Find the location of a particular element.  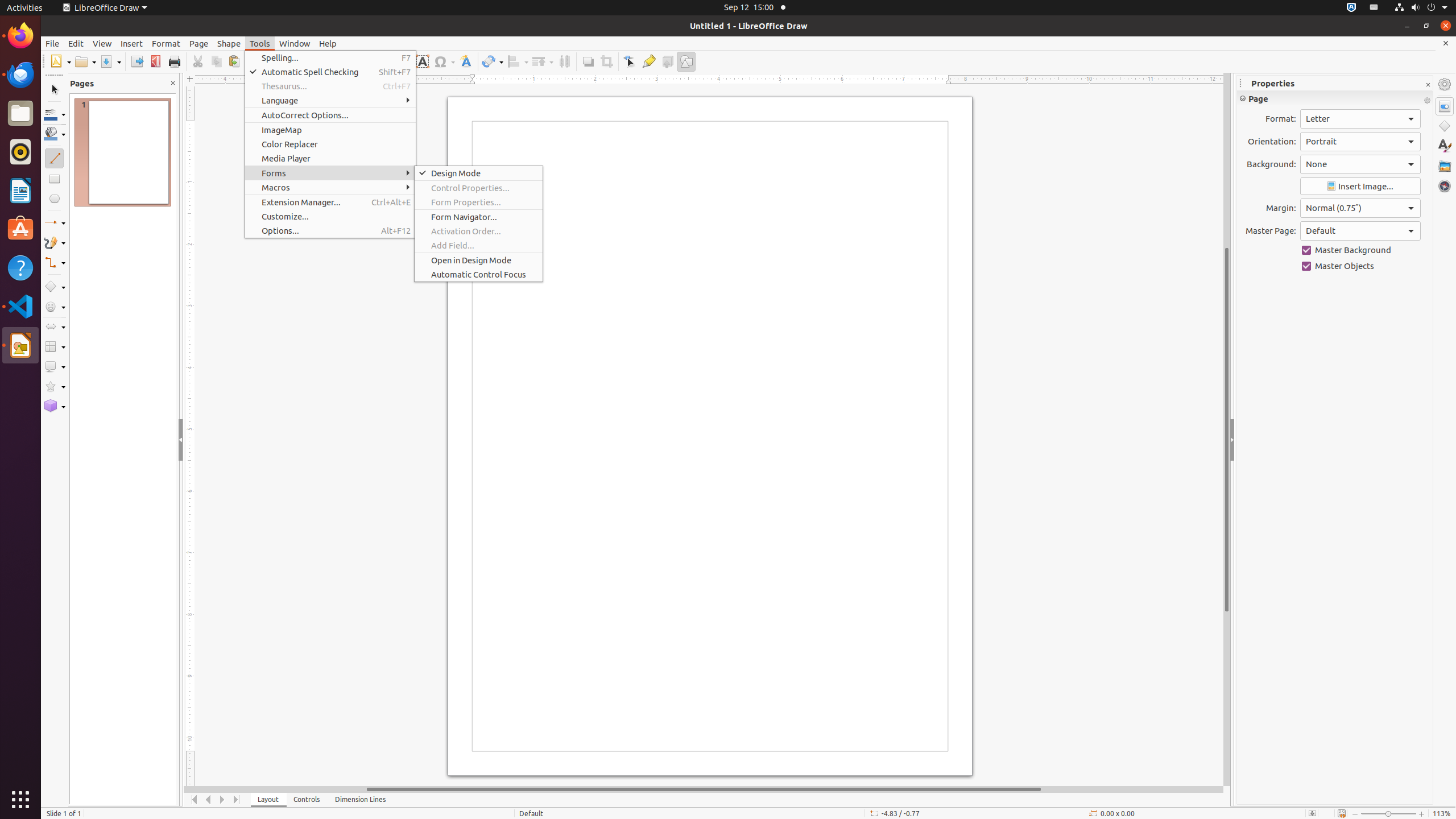

'Shape' is located at coordinates (228, 43).